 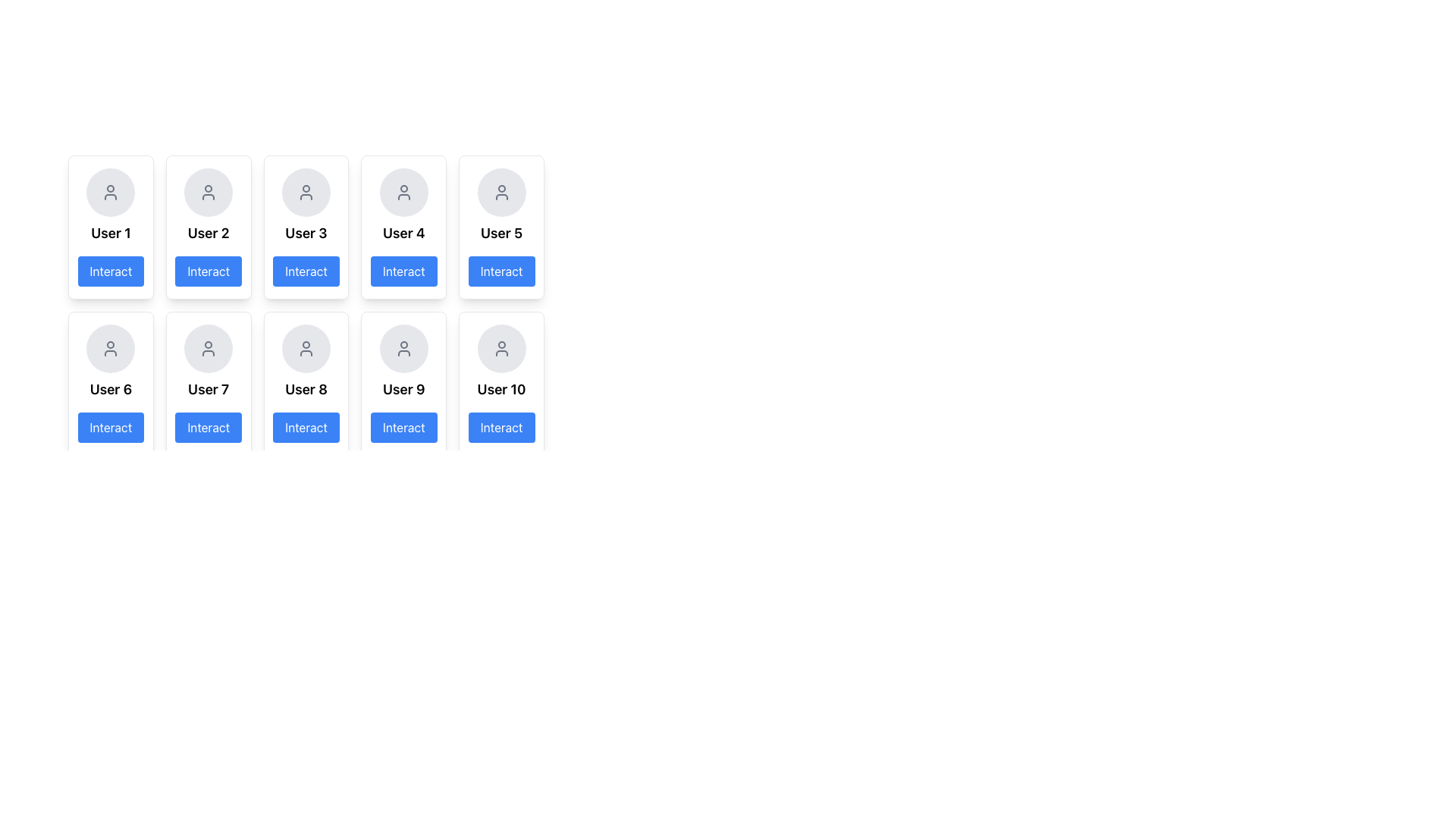 I want to click on the text label displaying 'User 1' located in the first card of the grid layout, positioned beneath the avatar icon and above the blue 'Interact' button, so click(x=110, y=234).